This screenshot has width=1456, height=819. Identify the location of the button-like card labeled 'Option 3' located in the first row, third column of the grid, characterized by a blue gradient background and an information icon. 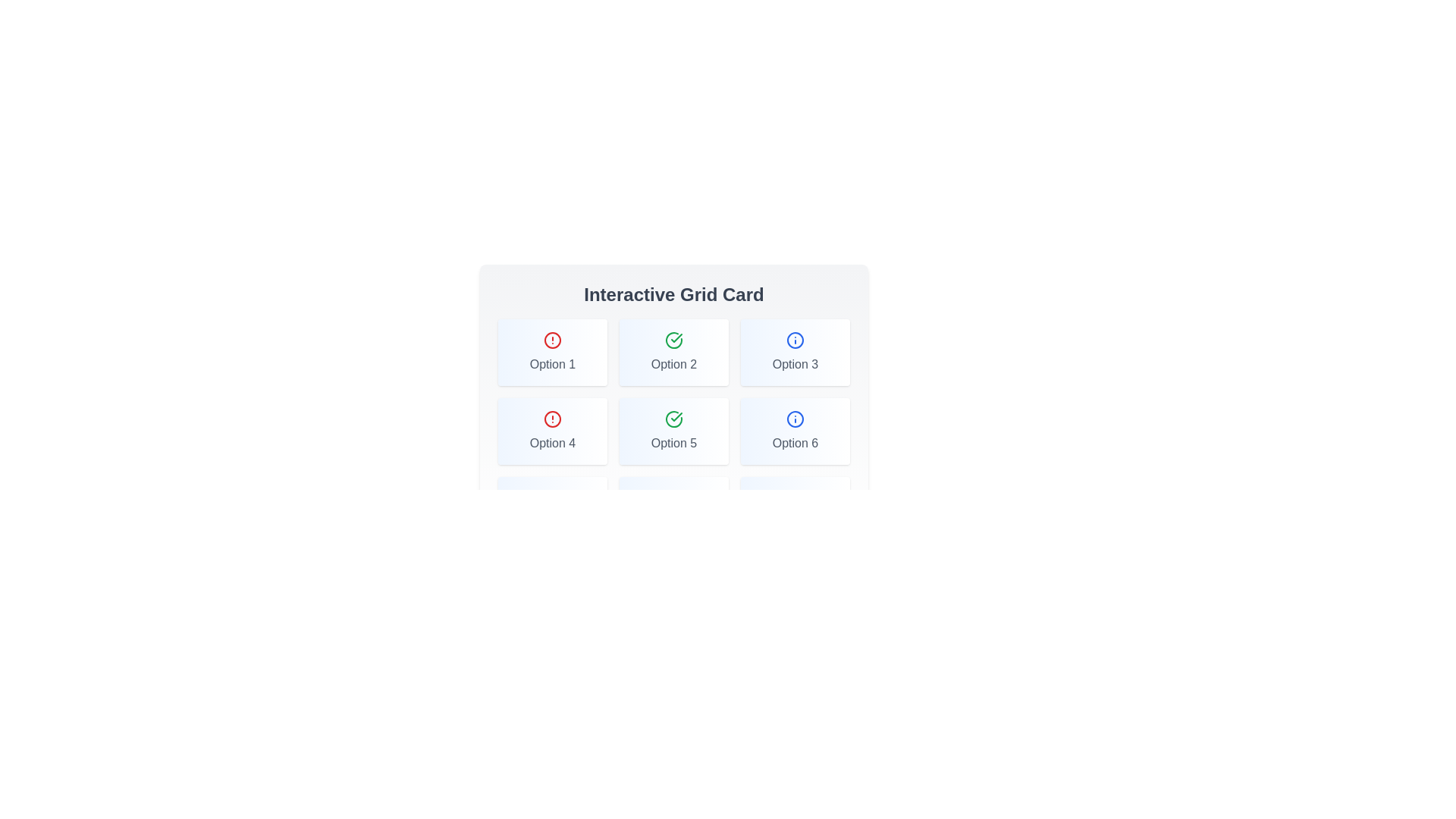
(795, 353).